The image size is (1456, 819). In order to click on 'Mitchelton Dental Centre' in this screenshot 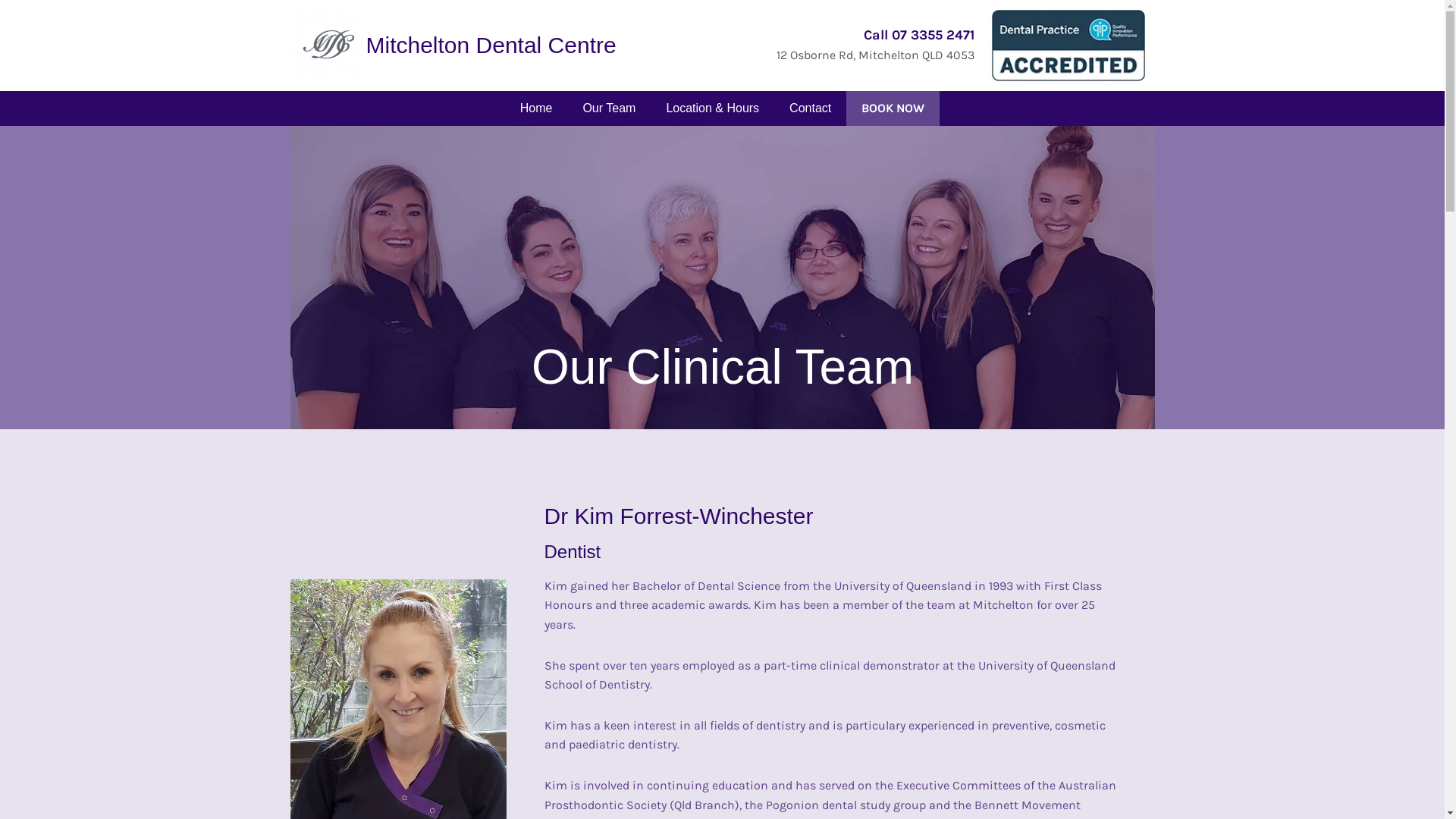, I will do `click(491, 44)`.